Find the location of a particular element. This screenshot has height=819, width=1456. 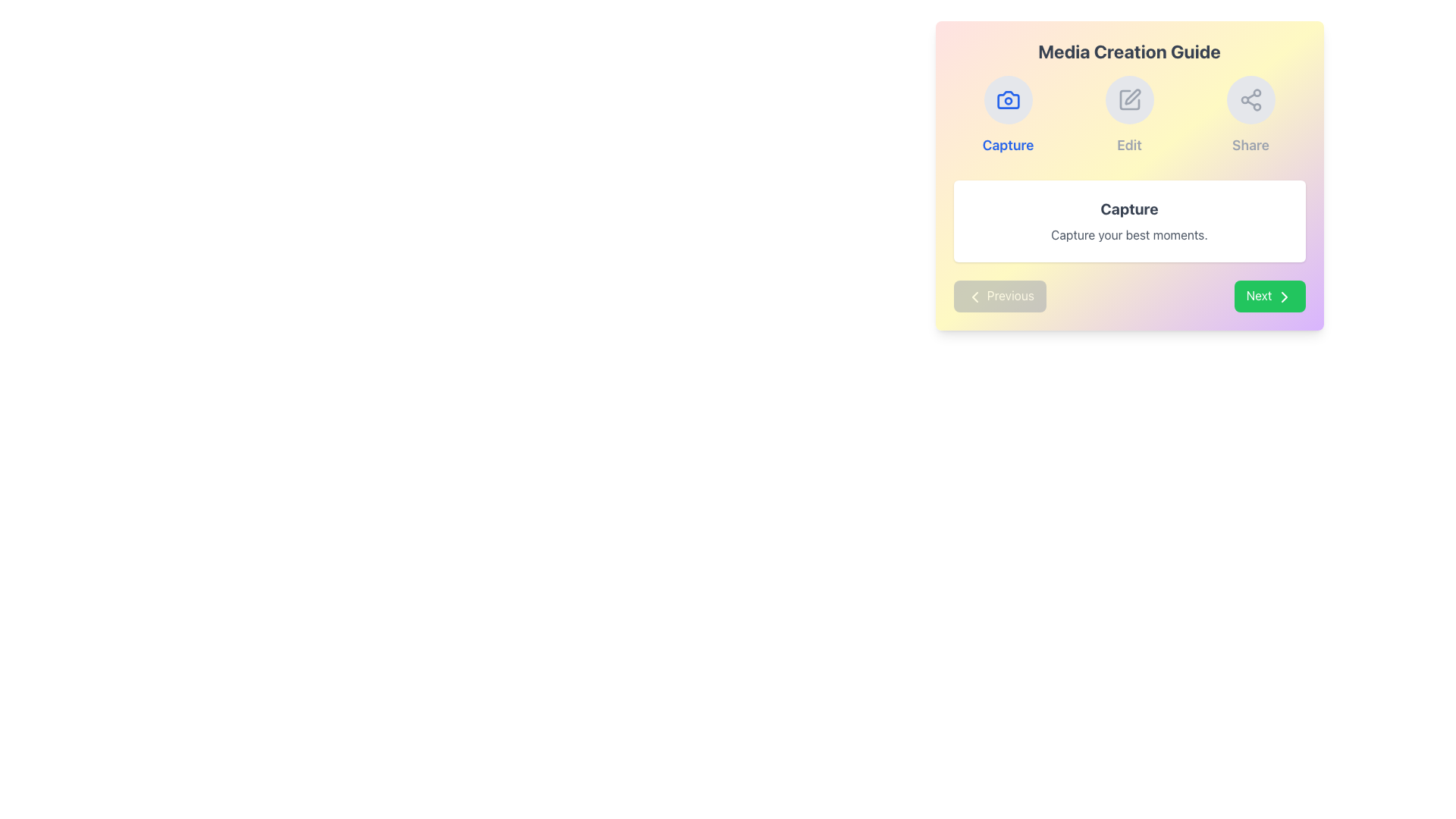

the Capture icon button, which is a circular gray icon with a blue camera glyph, located at the top section of the Media Creation Guide interface is located at coordinates (1008, 99).